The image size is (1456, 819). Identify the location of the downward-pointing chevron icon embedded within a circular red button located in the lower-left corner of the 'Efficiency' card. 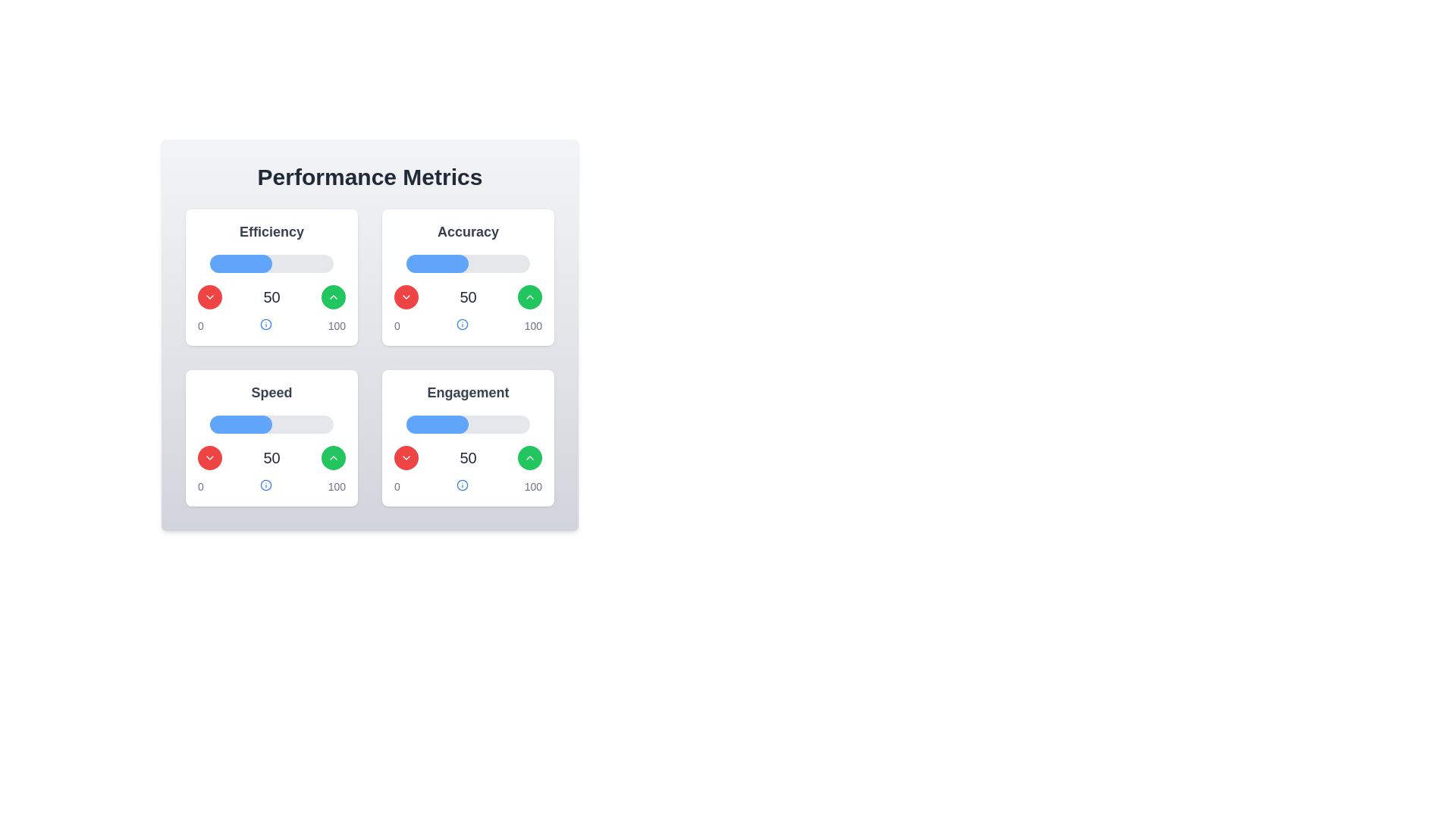
(209, 297).